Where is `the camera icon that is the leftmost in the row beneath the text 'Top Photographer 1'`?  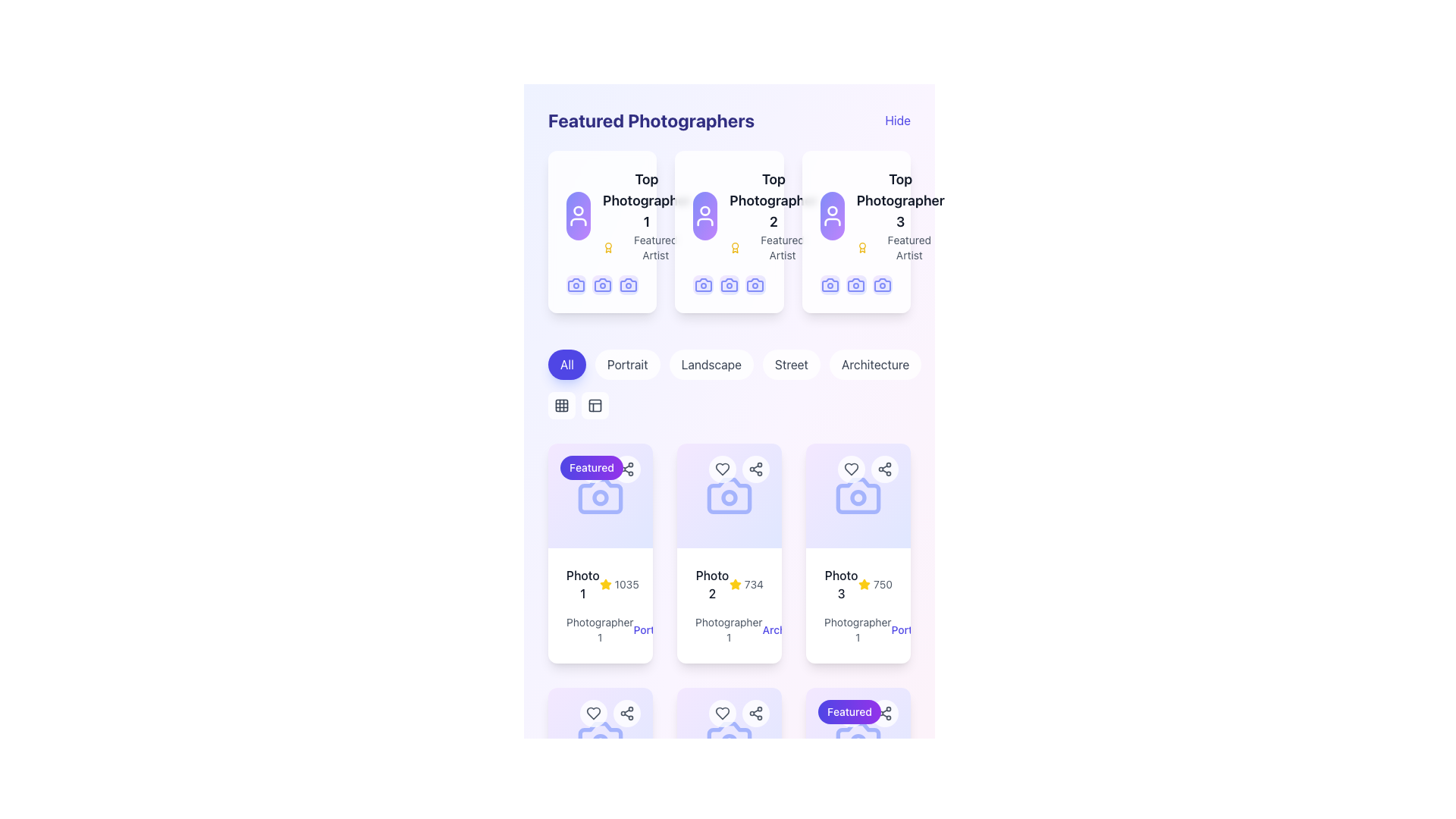 the camera icon that is the leftmost in the row beneath the text 'Top Photographer 1' is located at coordinates (601, 285).